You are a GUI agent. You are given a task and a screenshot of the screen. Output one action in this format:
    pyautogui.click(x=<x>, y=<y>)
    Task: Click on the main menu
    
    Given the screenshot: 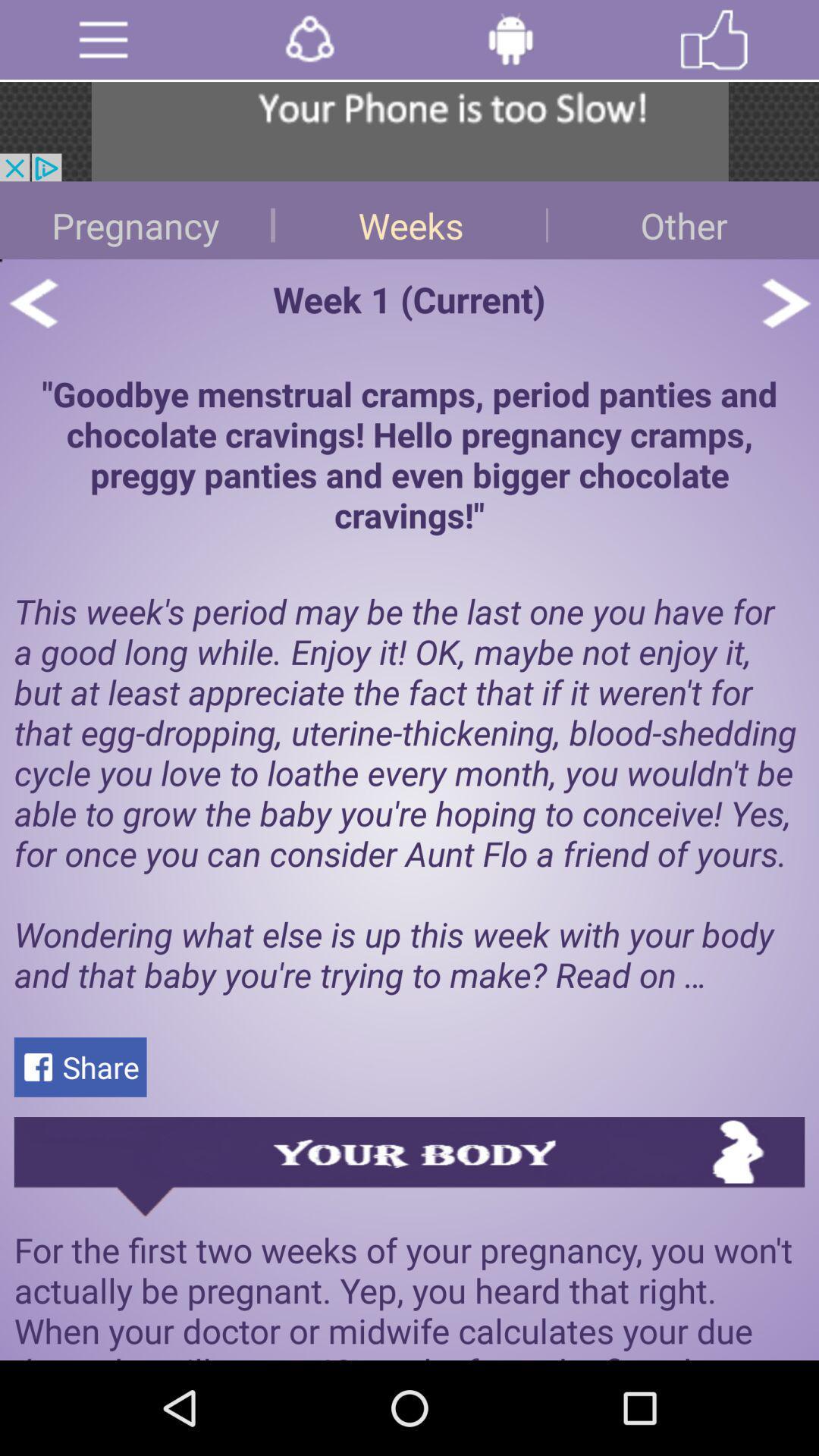 What is the action you would take?
    pyautogui.click(x=102, y=39)
    